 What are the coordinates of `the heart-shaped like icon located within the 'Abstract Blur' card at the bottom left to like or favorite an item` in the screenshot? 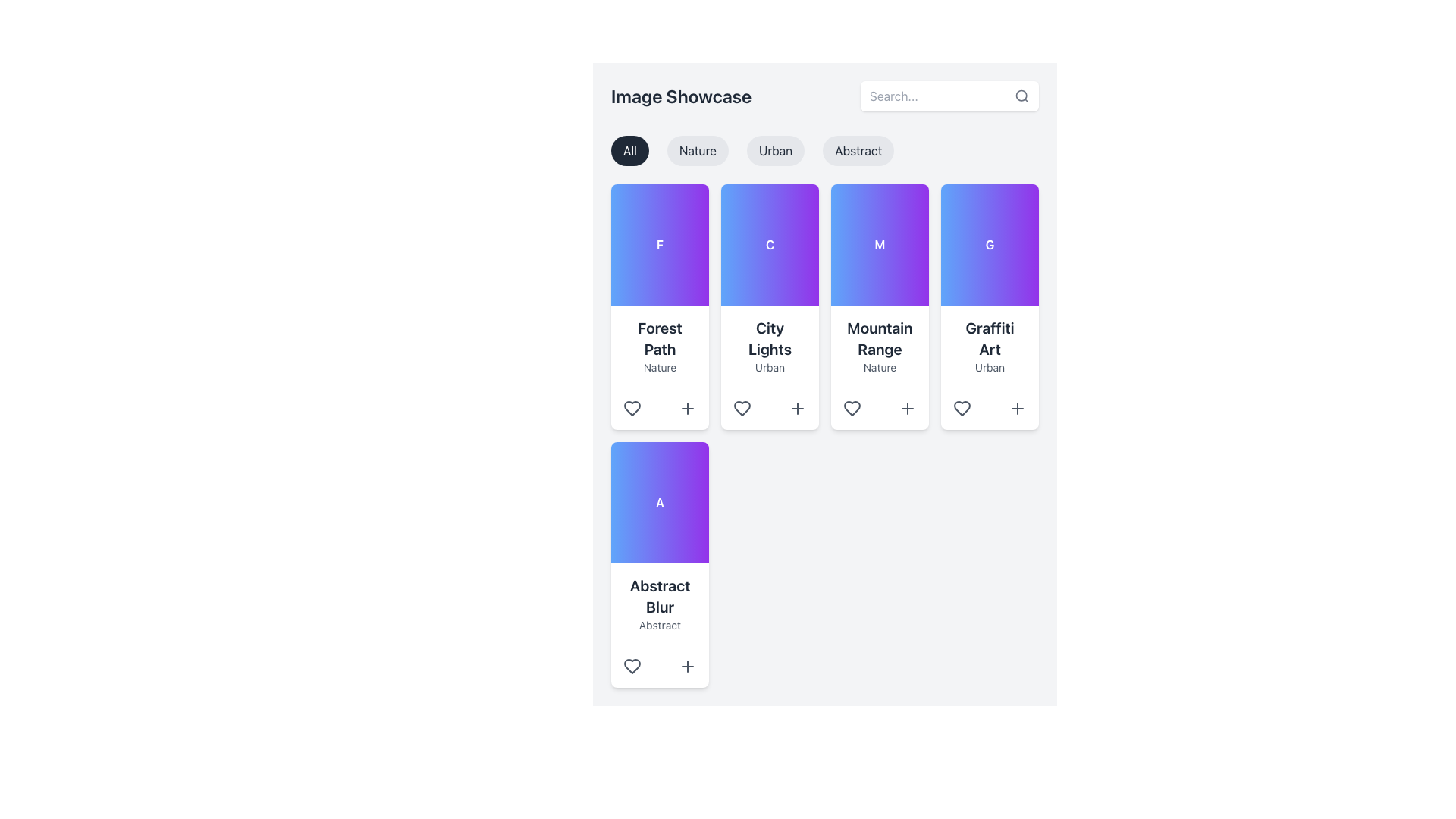 It's located at (632, 666).